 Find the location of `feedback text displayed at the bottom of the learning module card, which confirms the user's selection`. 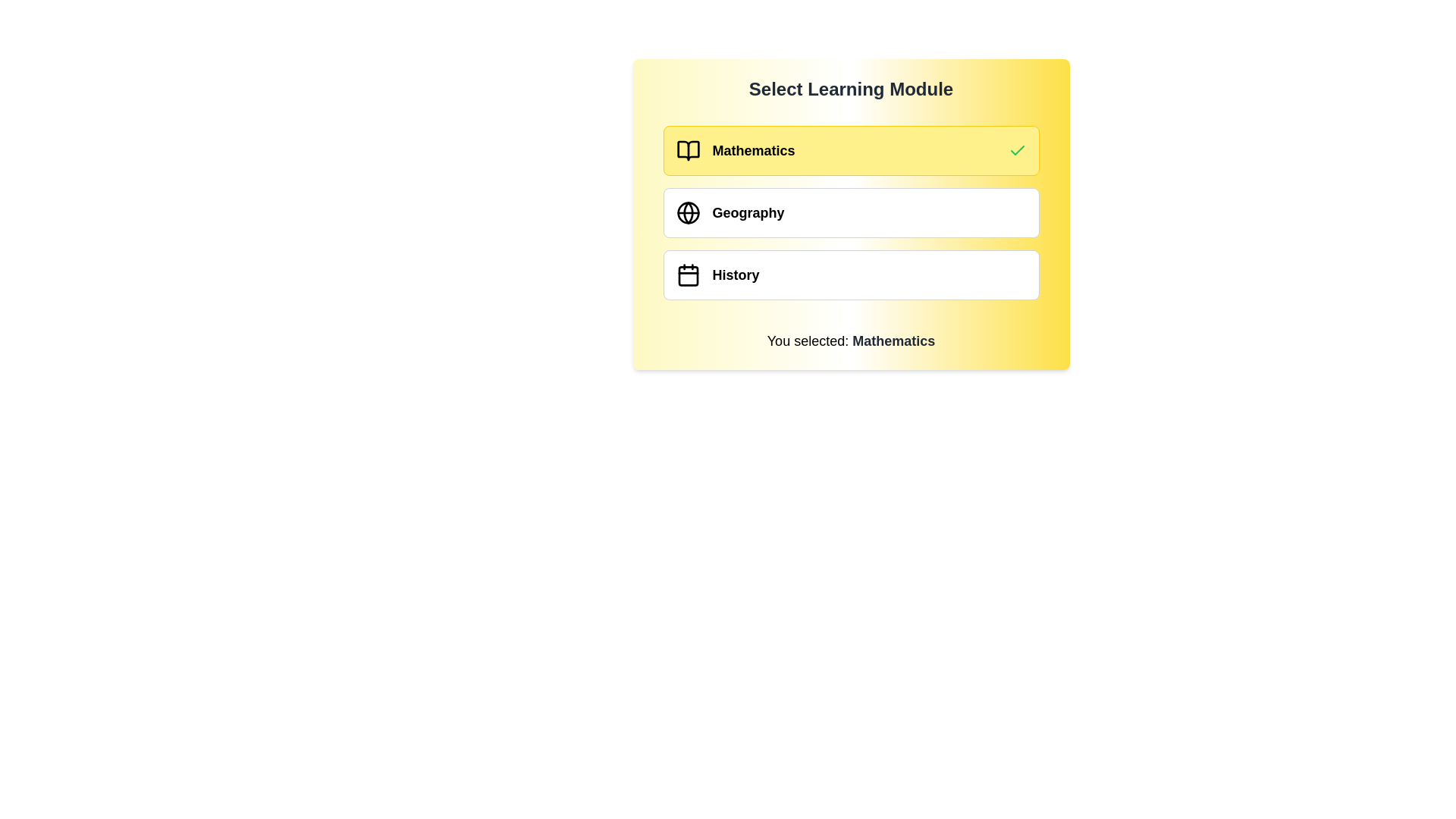

feedback text displayed at the bottom of the learning module card, which confirms the user's selection is located at coordinates (851, 341).